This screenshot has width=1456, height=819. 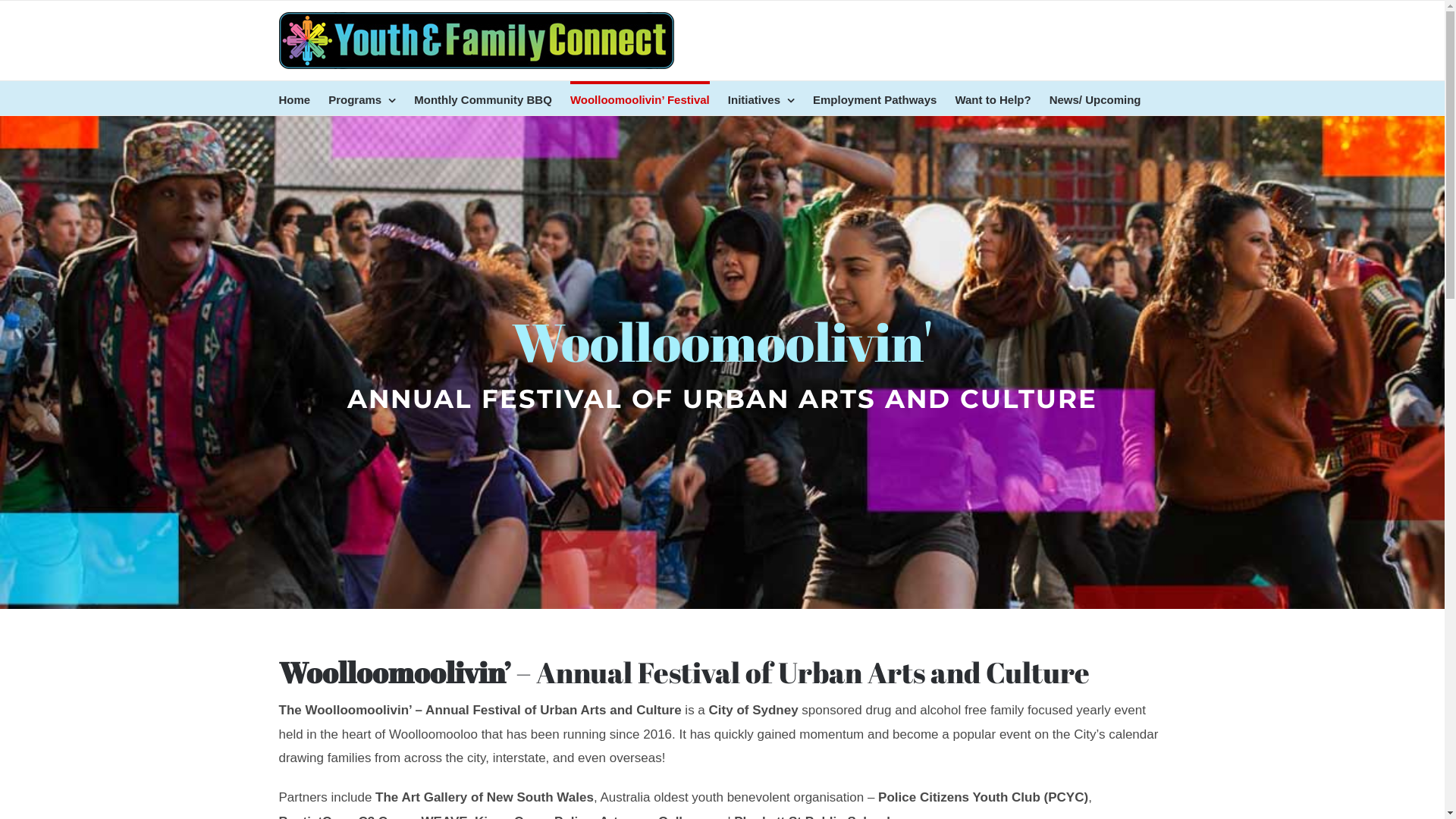 I want to click on 'News/ Upcoming', so click(x=1095, y=98).